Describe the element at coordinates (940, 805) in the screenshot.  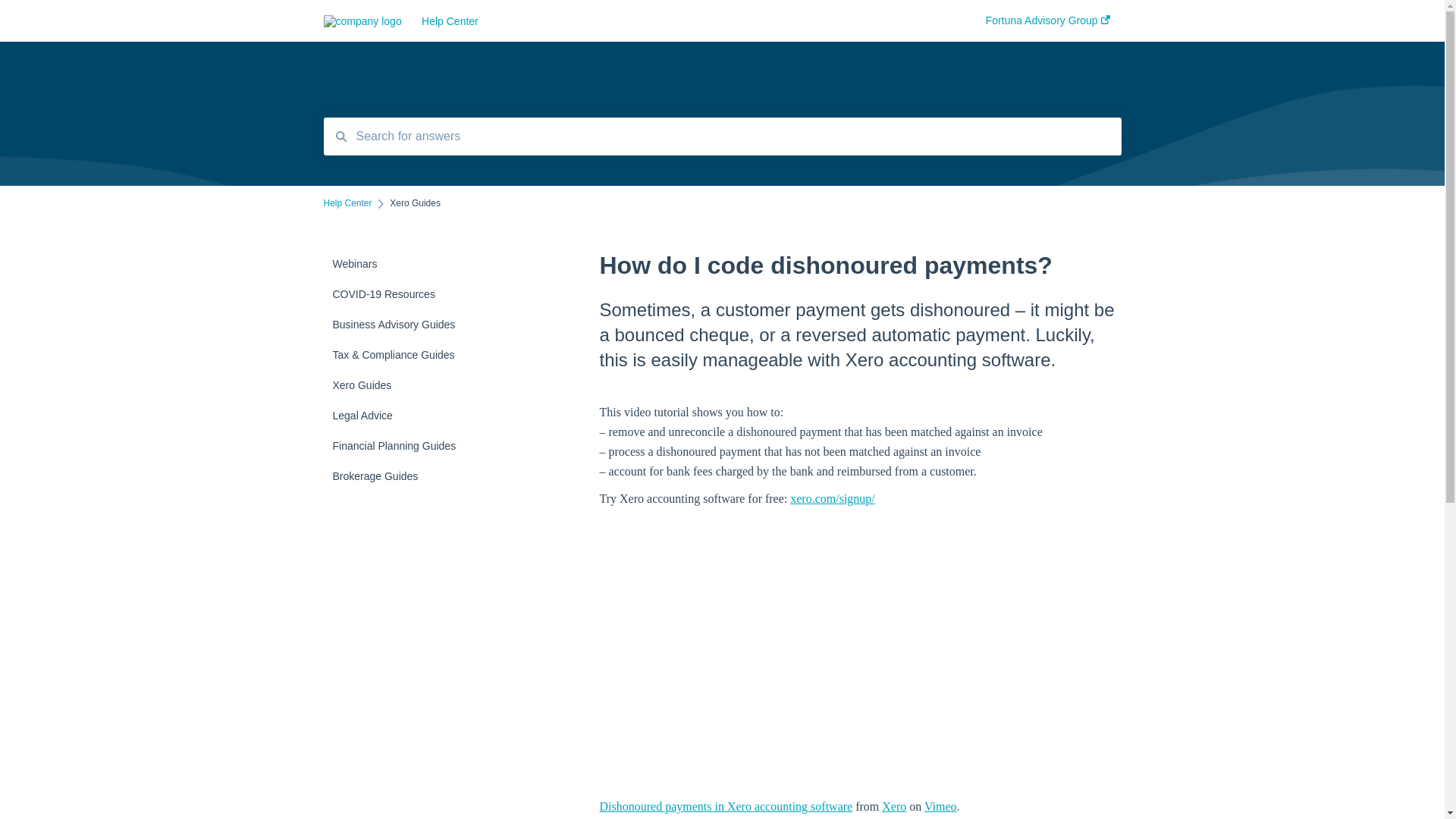
I see `'Vimeo'` at that location.